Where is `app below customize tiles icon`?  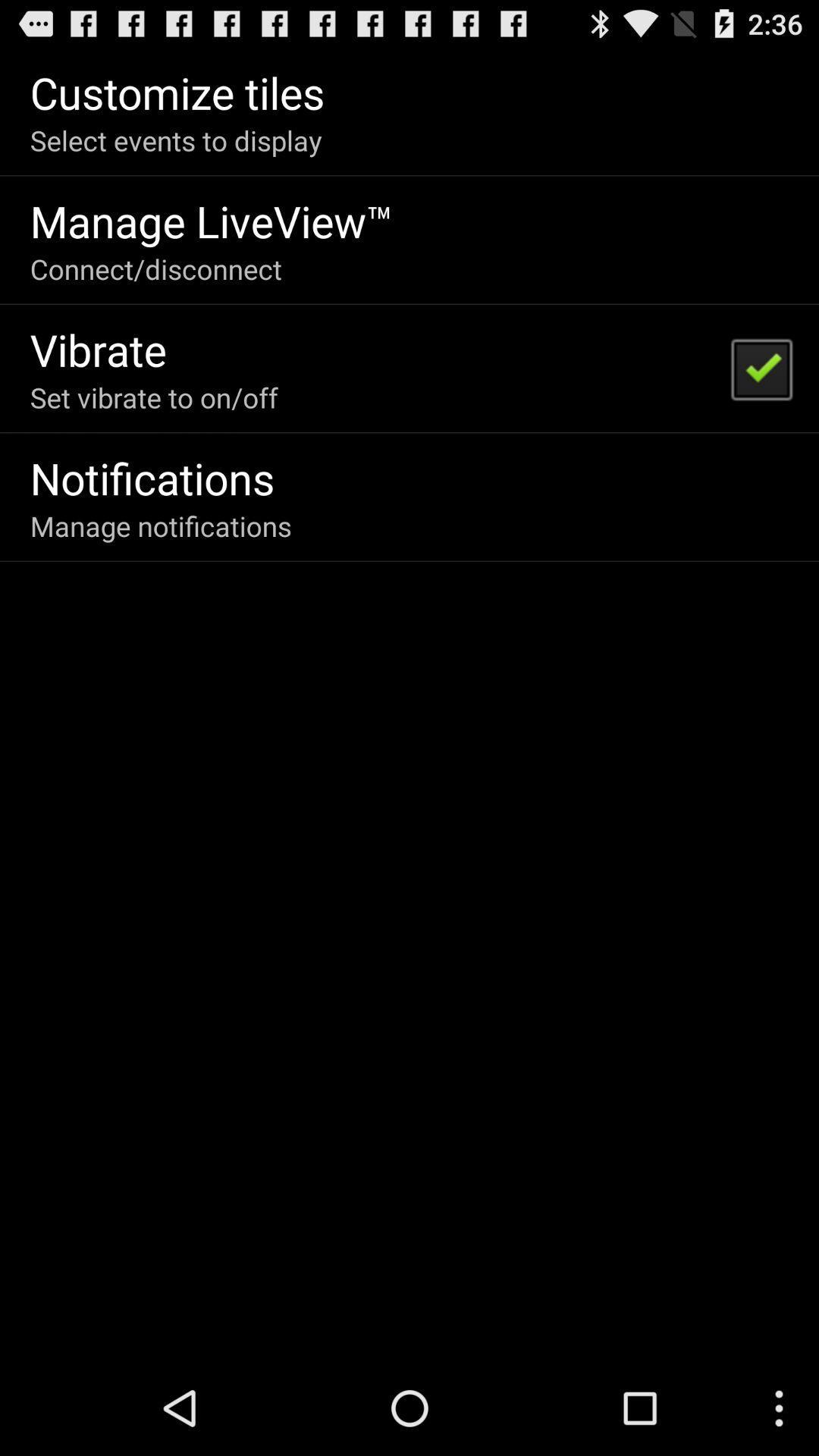 app below customize tiles icon is located at coordinates (175, 140).